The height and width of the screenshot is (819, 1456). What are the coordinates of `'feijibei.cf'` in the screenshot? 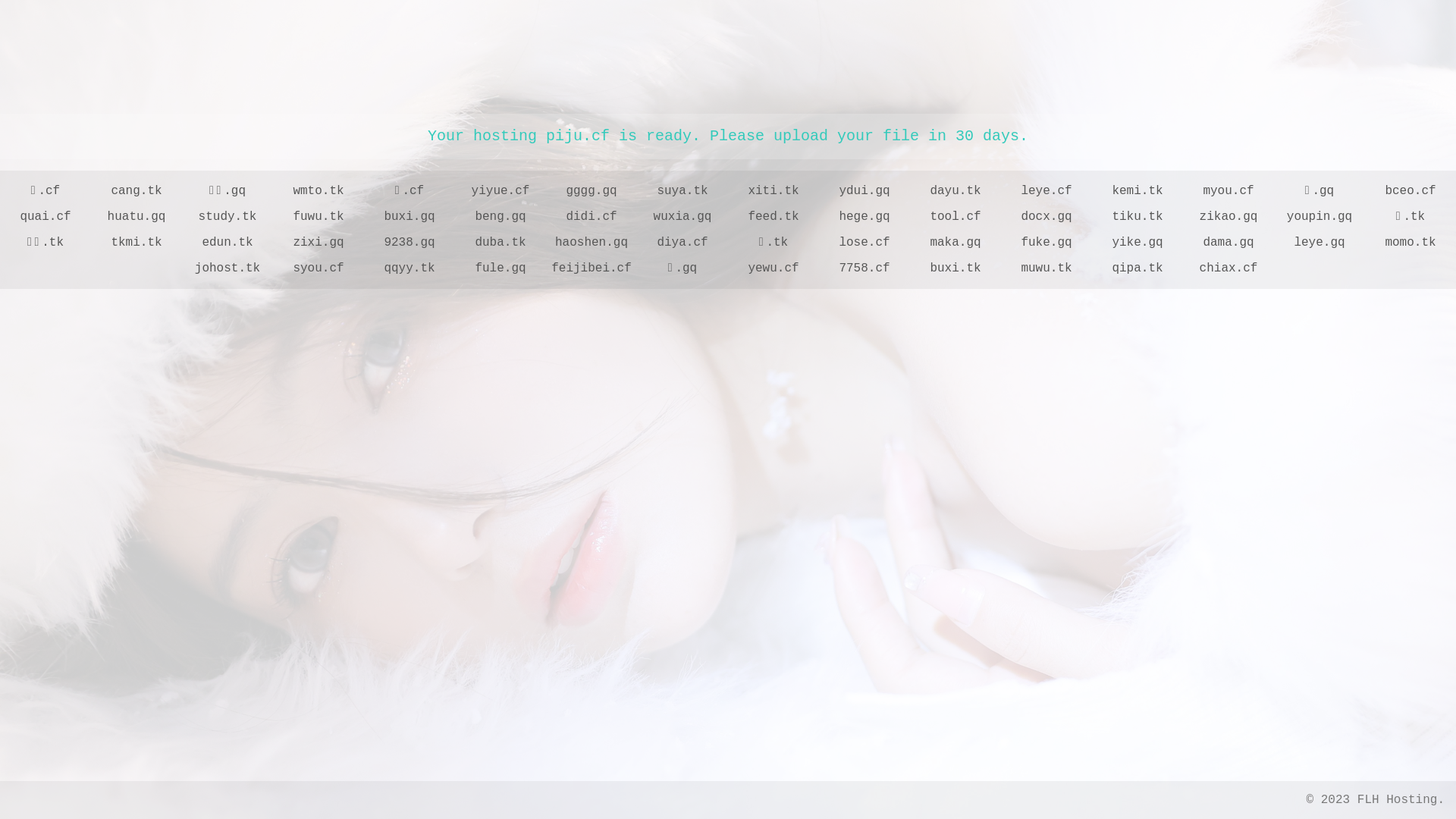 It's located at (590, 268).